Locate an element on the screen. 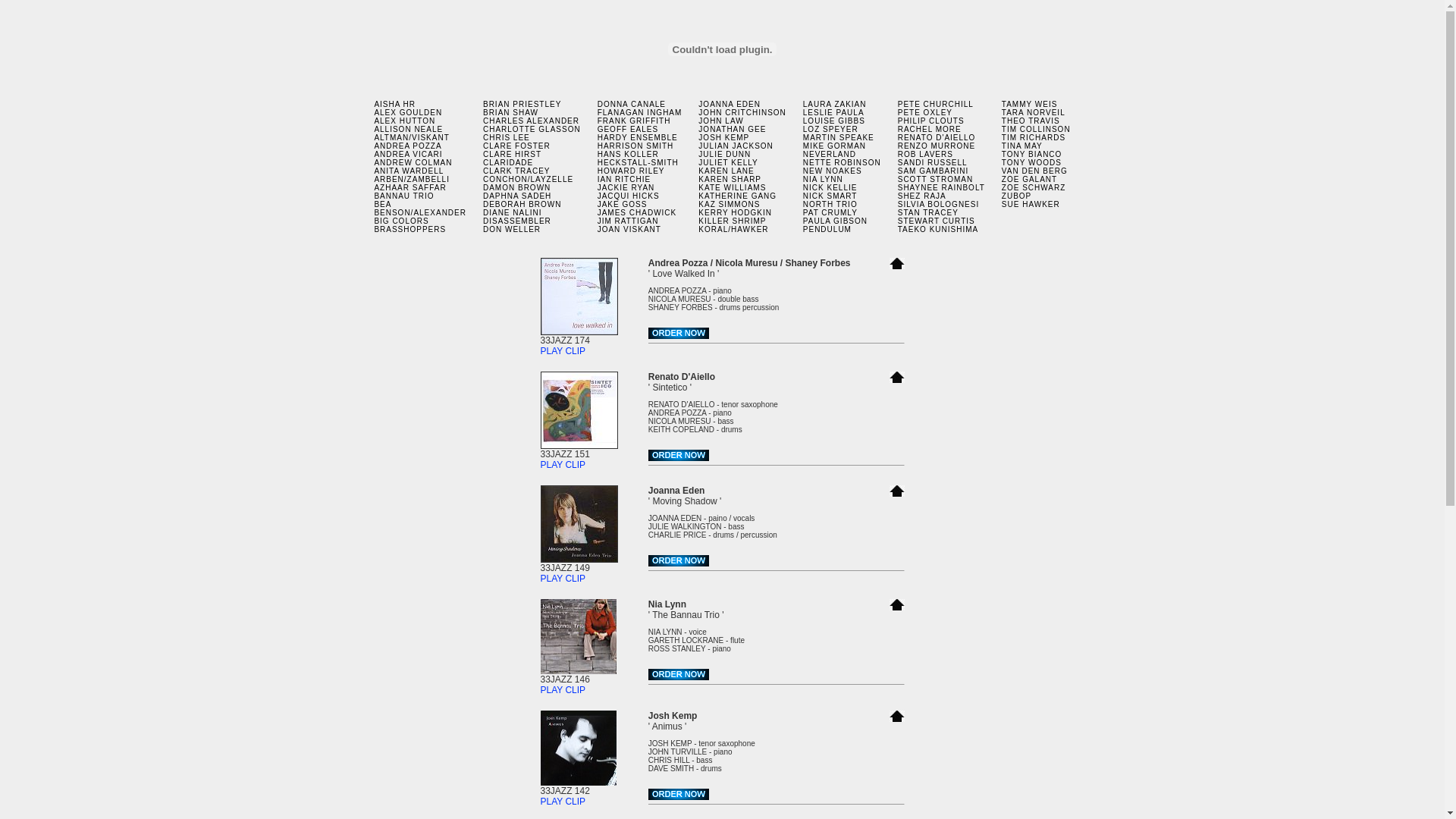  'ANDREA VICARI' is located at coordinates (407, 154).